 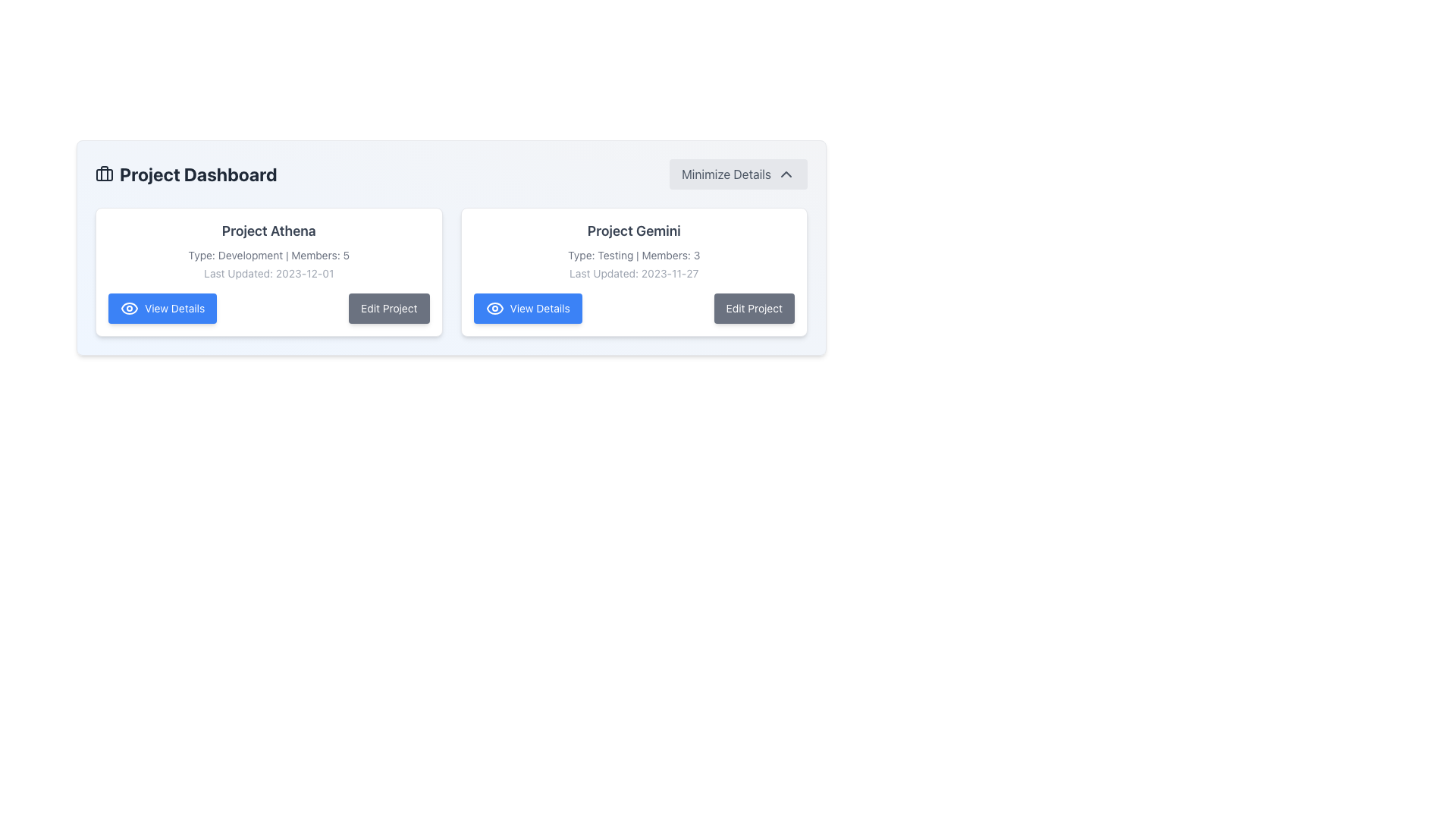 I want to click on the 'Last Updated: 2023-11-27' text element, which is the third line in the 'Project Gemini' card, positioned below the 'Type: Testing | Members: 3' line and above the 'View Details' and 'Edit Project' buttons, so click(x=634, y=274).